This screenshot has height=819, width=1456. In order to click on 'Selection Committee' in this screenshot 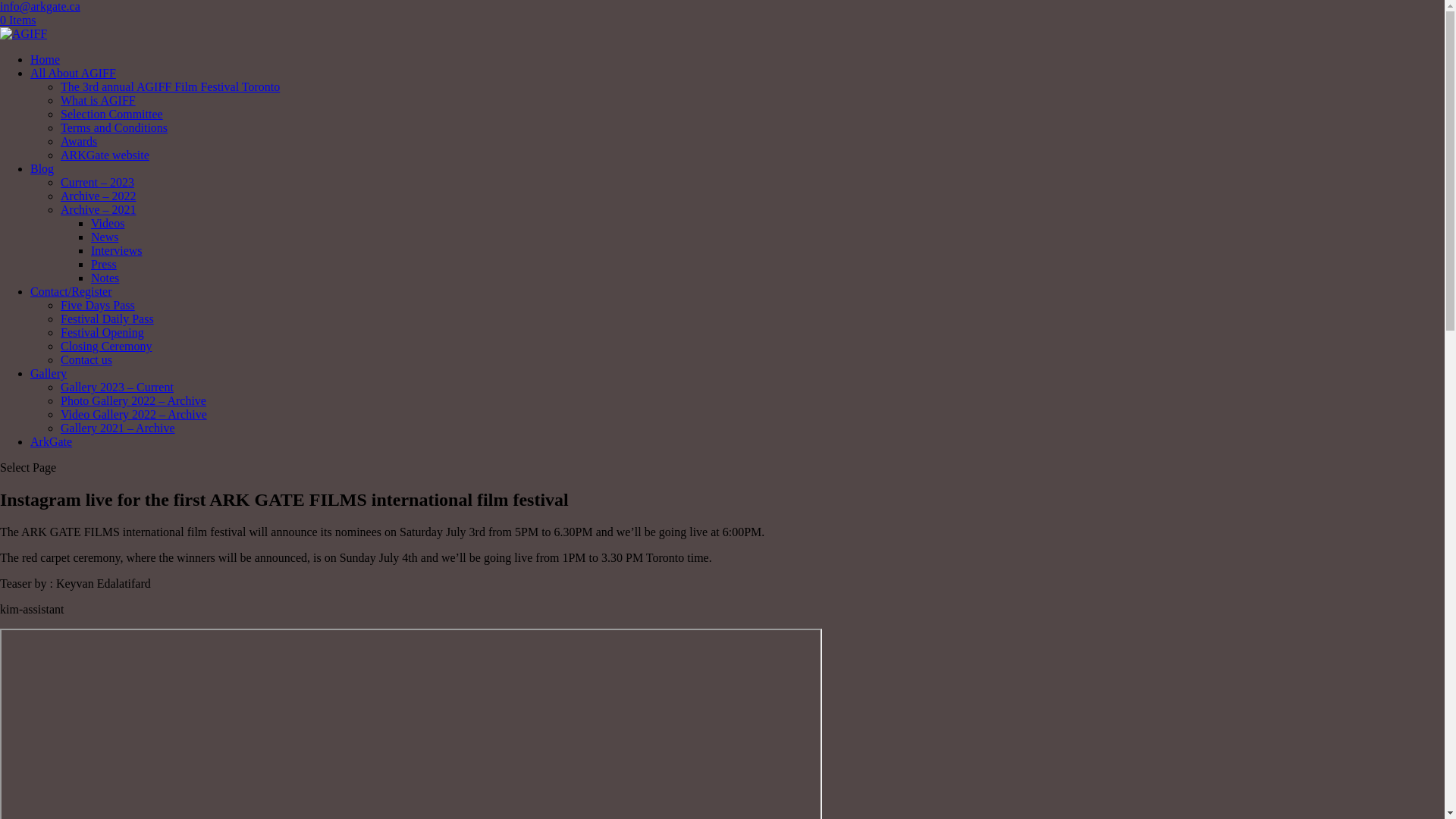, I will do `click(111, 113)`.